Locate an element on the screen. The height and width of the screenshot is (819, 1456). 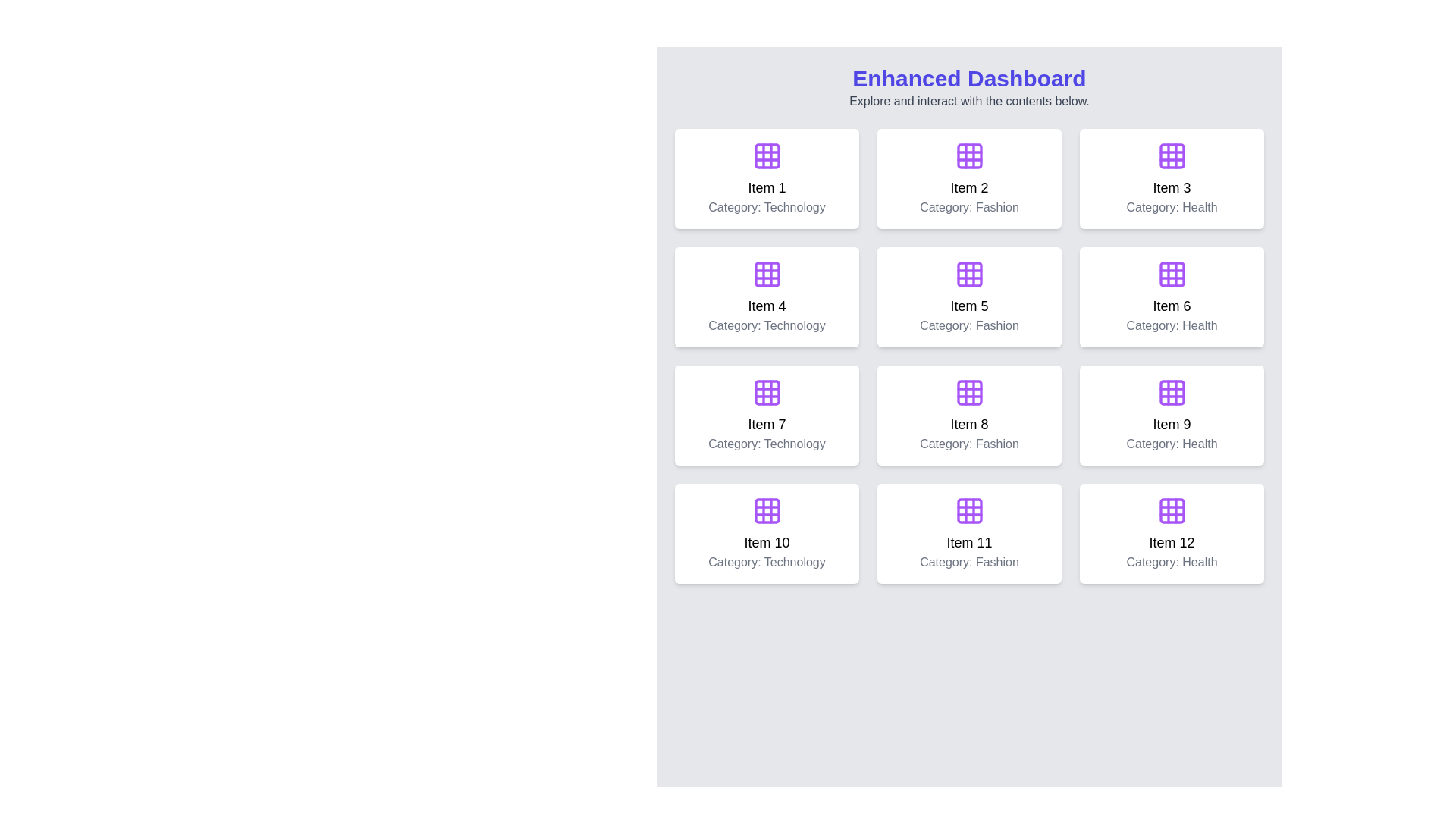
the rectangular card labeled 'Item 8' with a purple grid icon at the top is located at coordinates (968, 415).